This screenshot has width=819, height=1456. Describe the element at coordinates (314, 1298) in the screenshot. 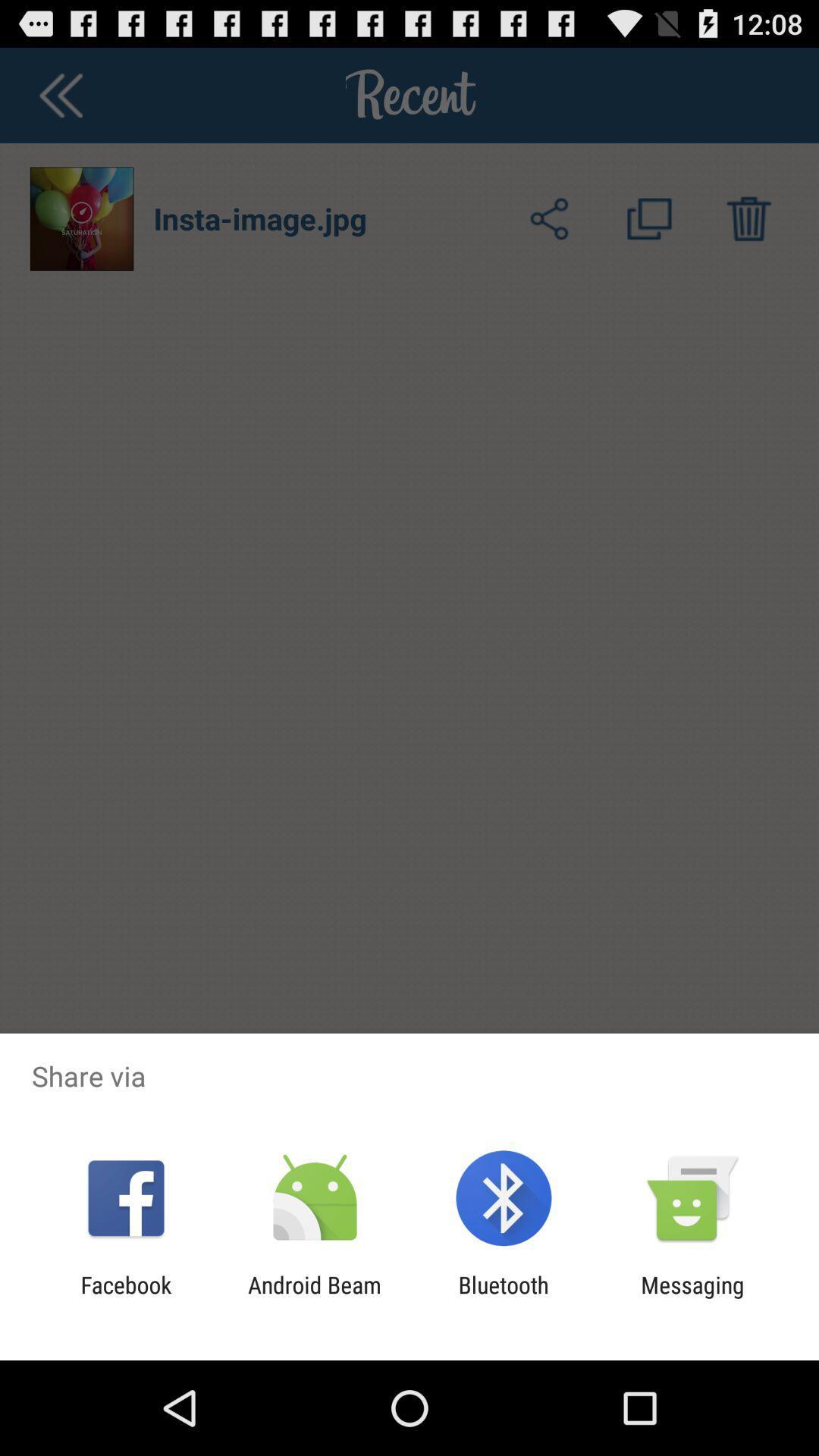

I see `the android beam icon` at that location.